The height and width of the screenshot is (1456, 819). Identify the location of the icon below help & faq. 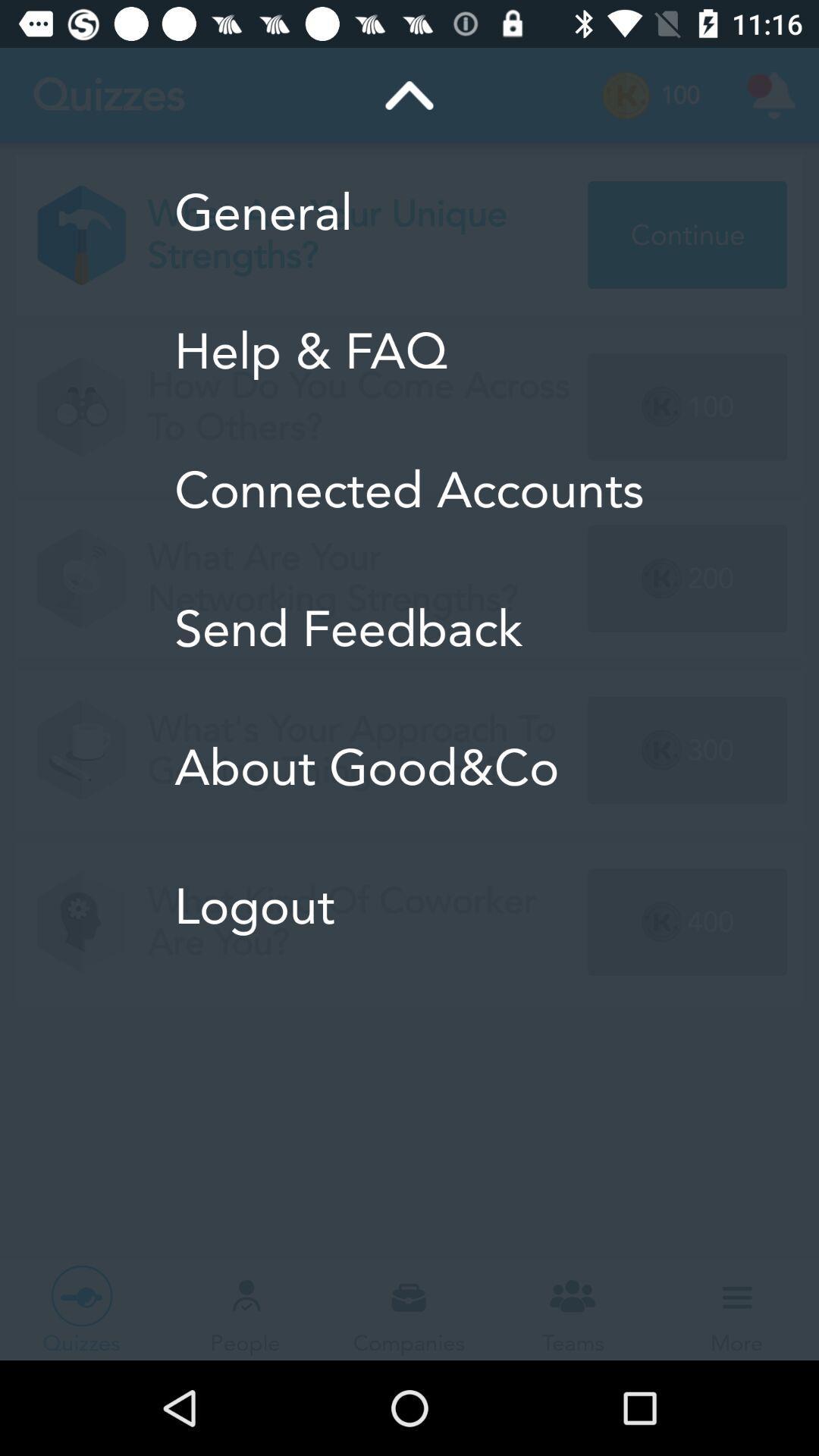
(408, 490).